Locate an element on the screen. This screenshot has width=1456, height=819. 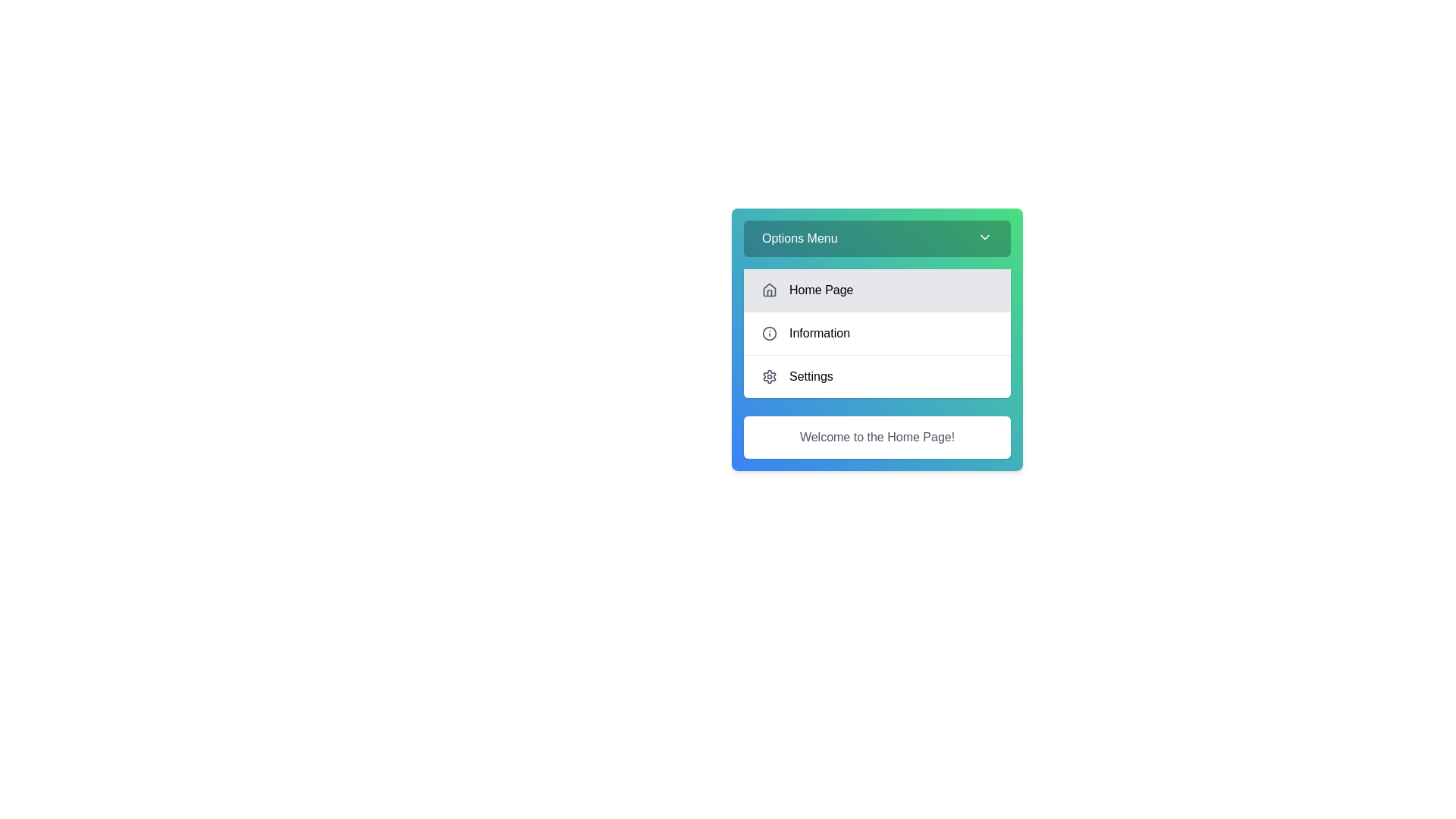
the Dropdown menu trigger bar located at the top of the card-like component with a gradient background is located at coordinates (877, 239).